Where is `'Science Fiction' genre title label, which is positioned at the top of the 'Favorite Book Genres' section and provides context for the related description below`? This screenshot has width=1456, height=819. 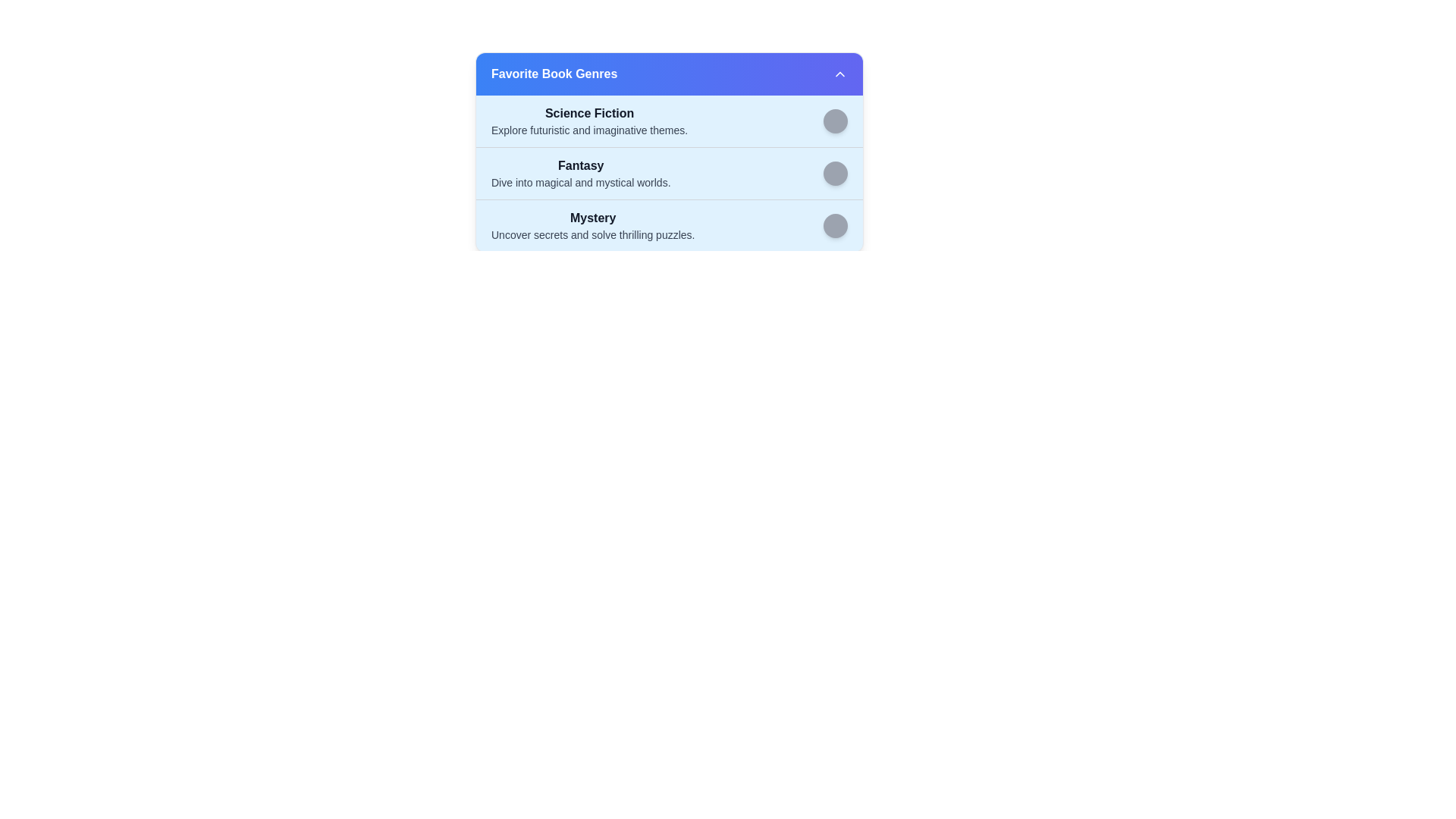
'Science Fiction' genre title label, which is positioned at the top of the 'Favorite Book Genres' section and provides context for the related description below is located at coordinates (588, 113).